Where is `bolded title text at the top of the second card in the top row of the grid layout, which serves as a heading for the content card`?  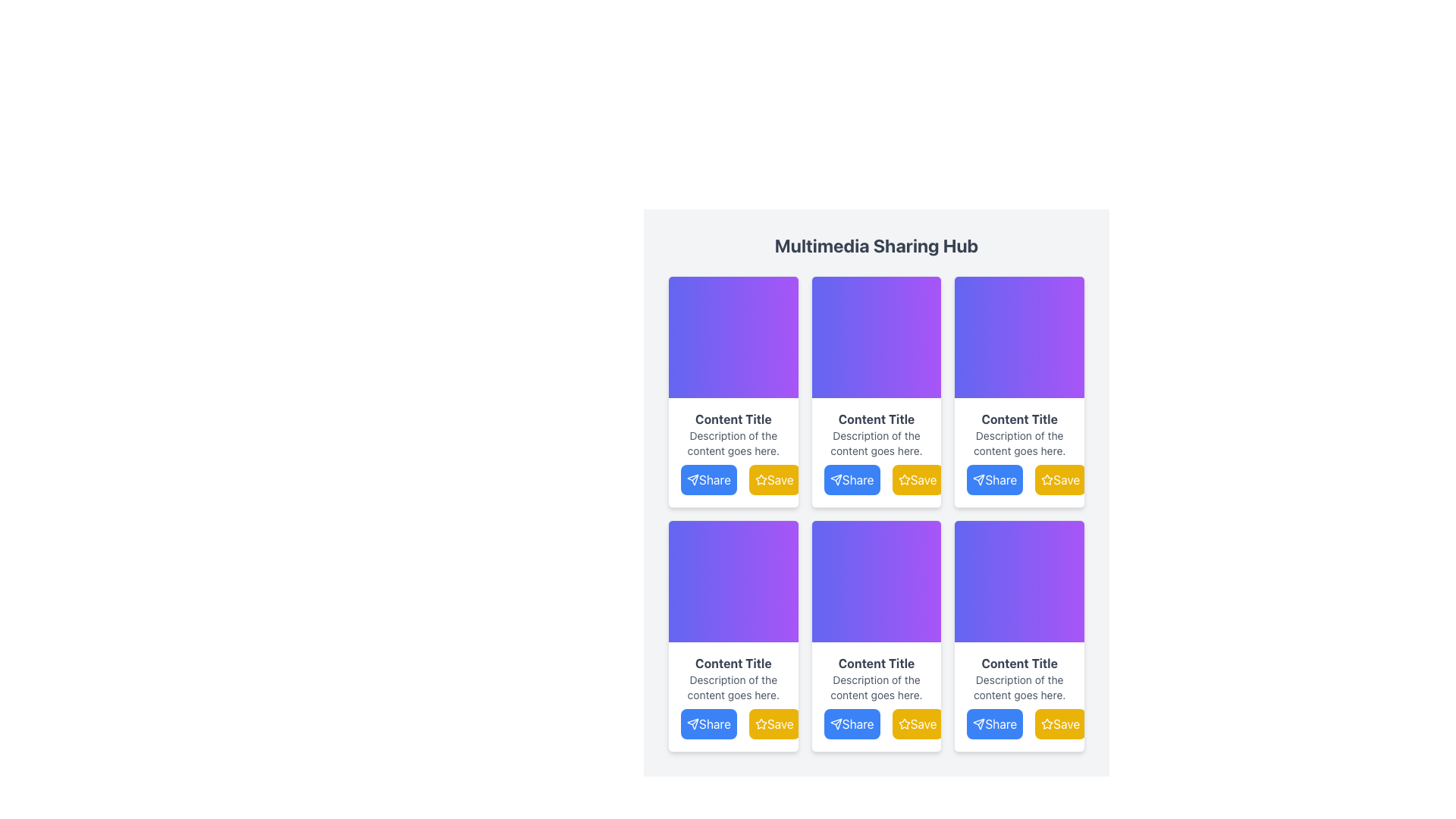
bolded title text at the top of the second card in the top row of the grid layout, which serves as a heading for the content card is located at coordinates (877, 419).